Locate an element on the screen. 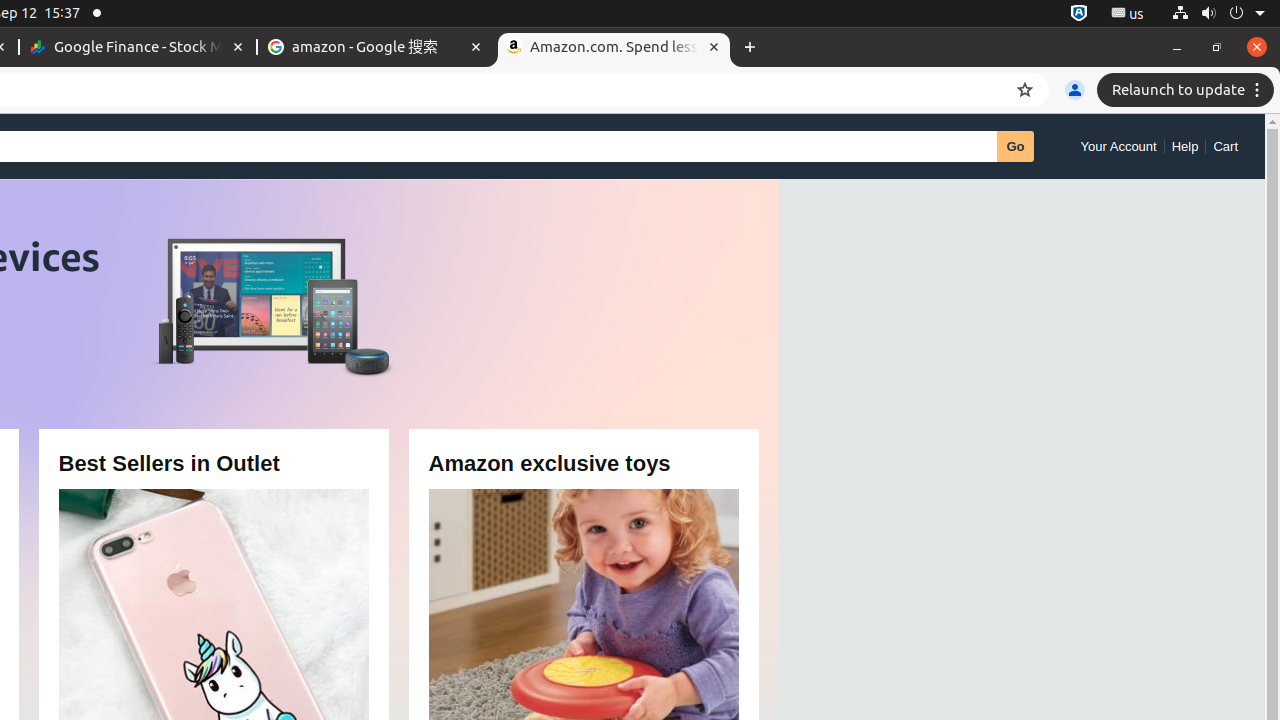 Image resolution: width=1280 pixels, height=720 pixels. 'Relaunch to update' is located at coordinates (1188, 90).